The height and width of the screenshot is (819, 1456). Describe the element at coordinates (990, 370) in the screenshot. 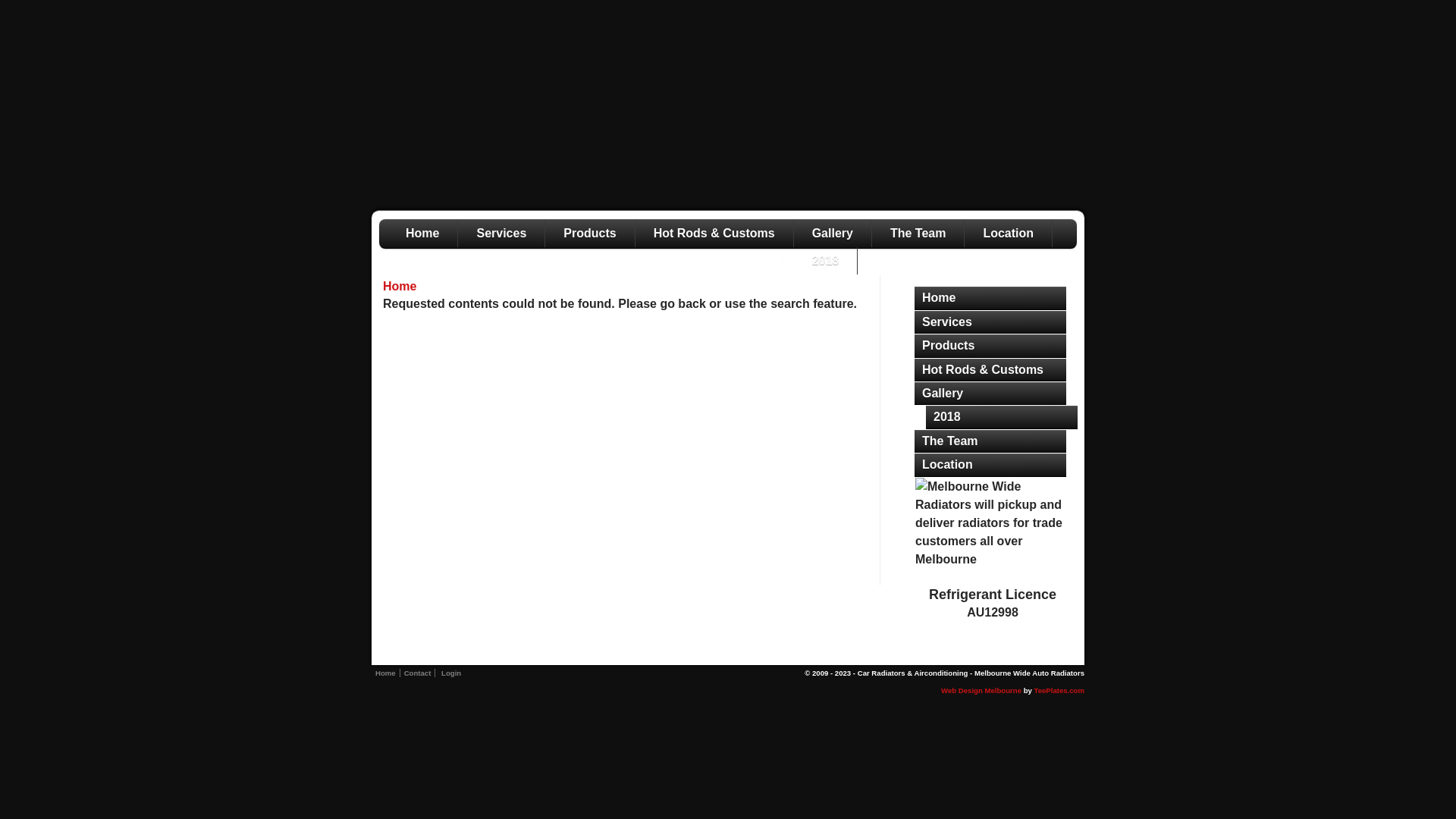

I see `'Hot Rods & Customs'` at that location.